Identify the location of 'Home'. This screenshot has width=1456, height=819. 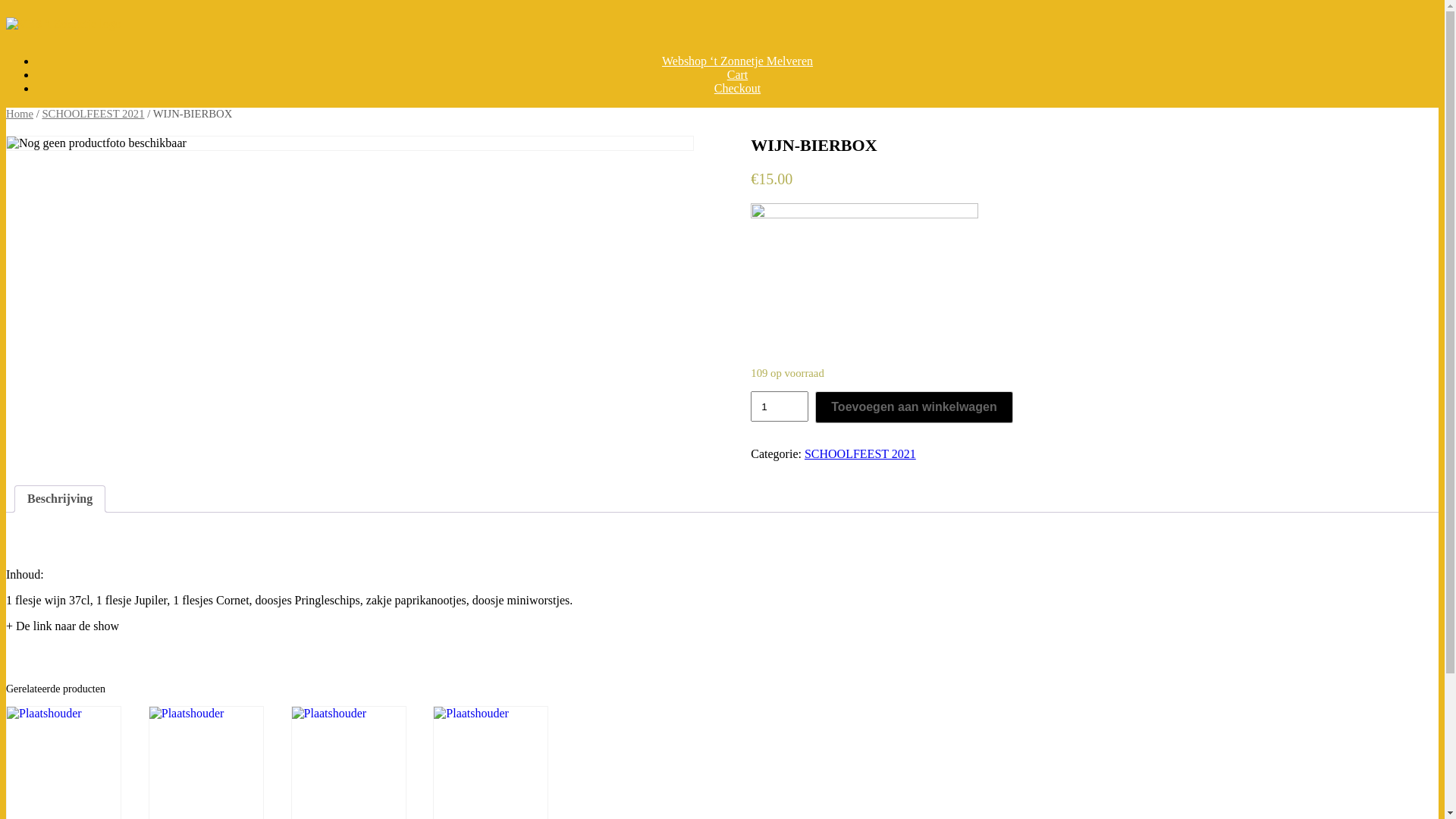
(19, 113).